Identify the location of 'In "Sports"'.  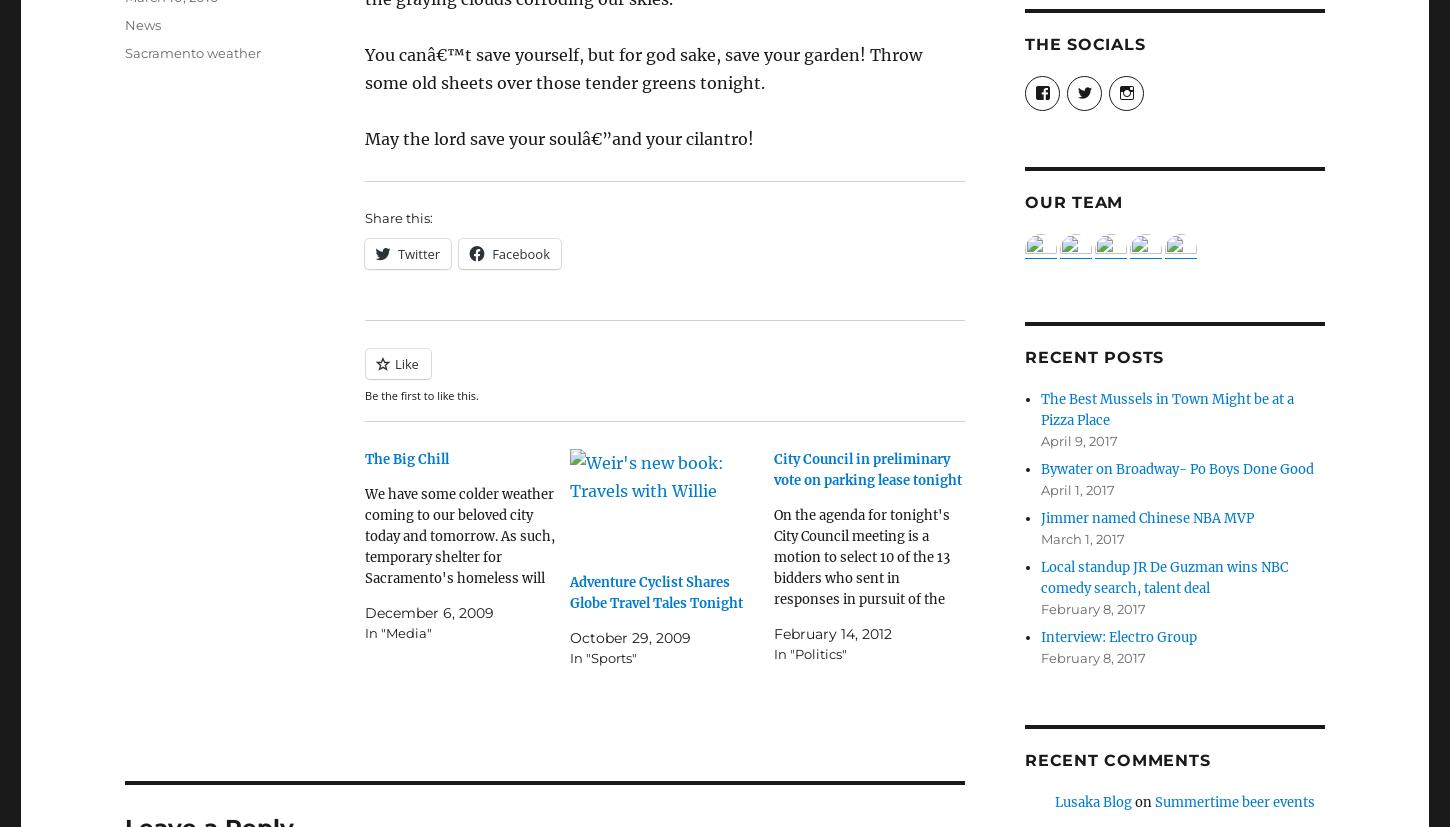
(602, 656).